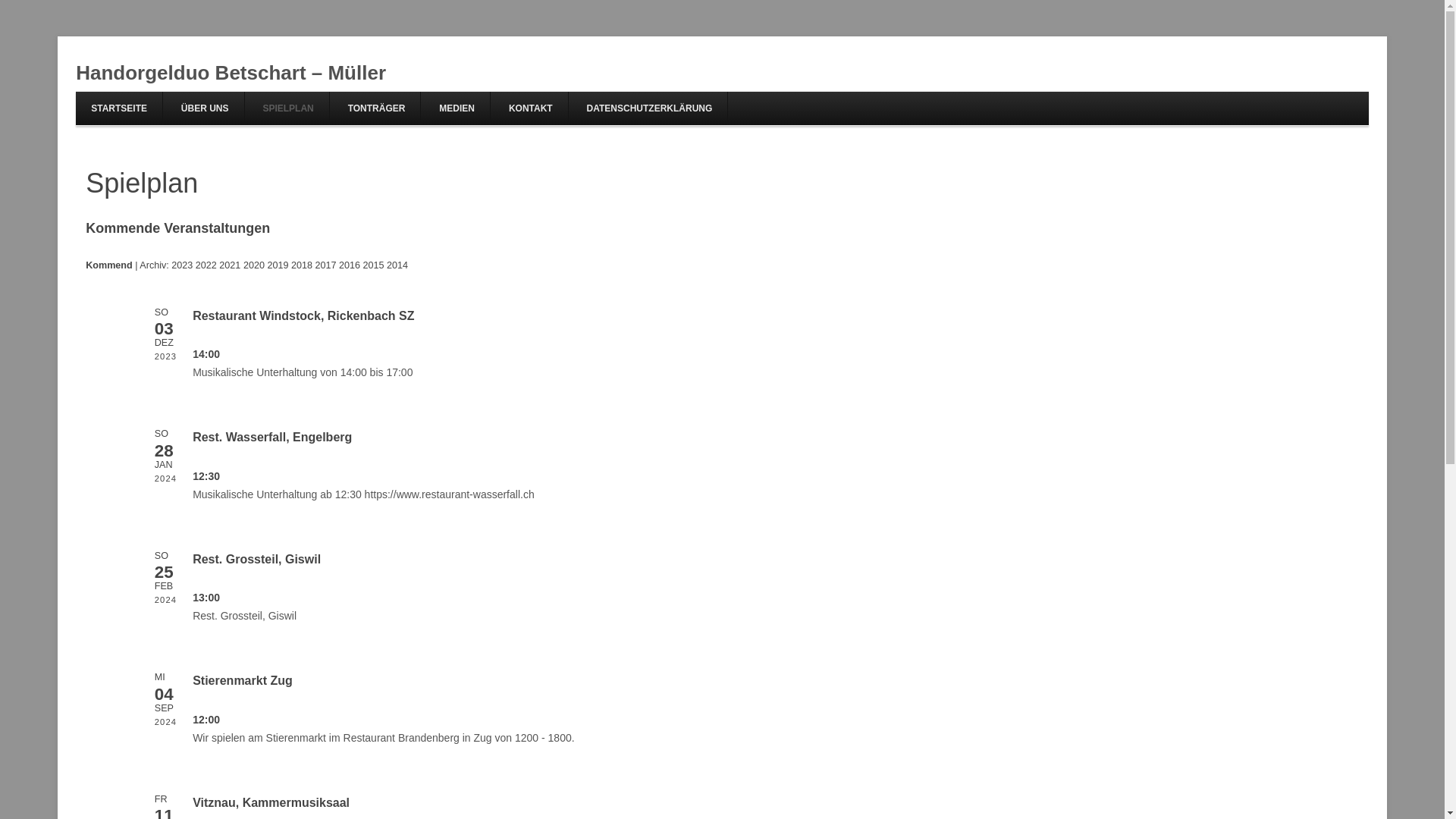  What do you see at coordinates (374, 265) in the screenshot?
I see `'2015'` at bounding box center [374, 265].